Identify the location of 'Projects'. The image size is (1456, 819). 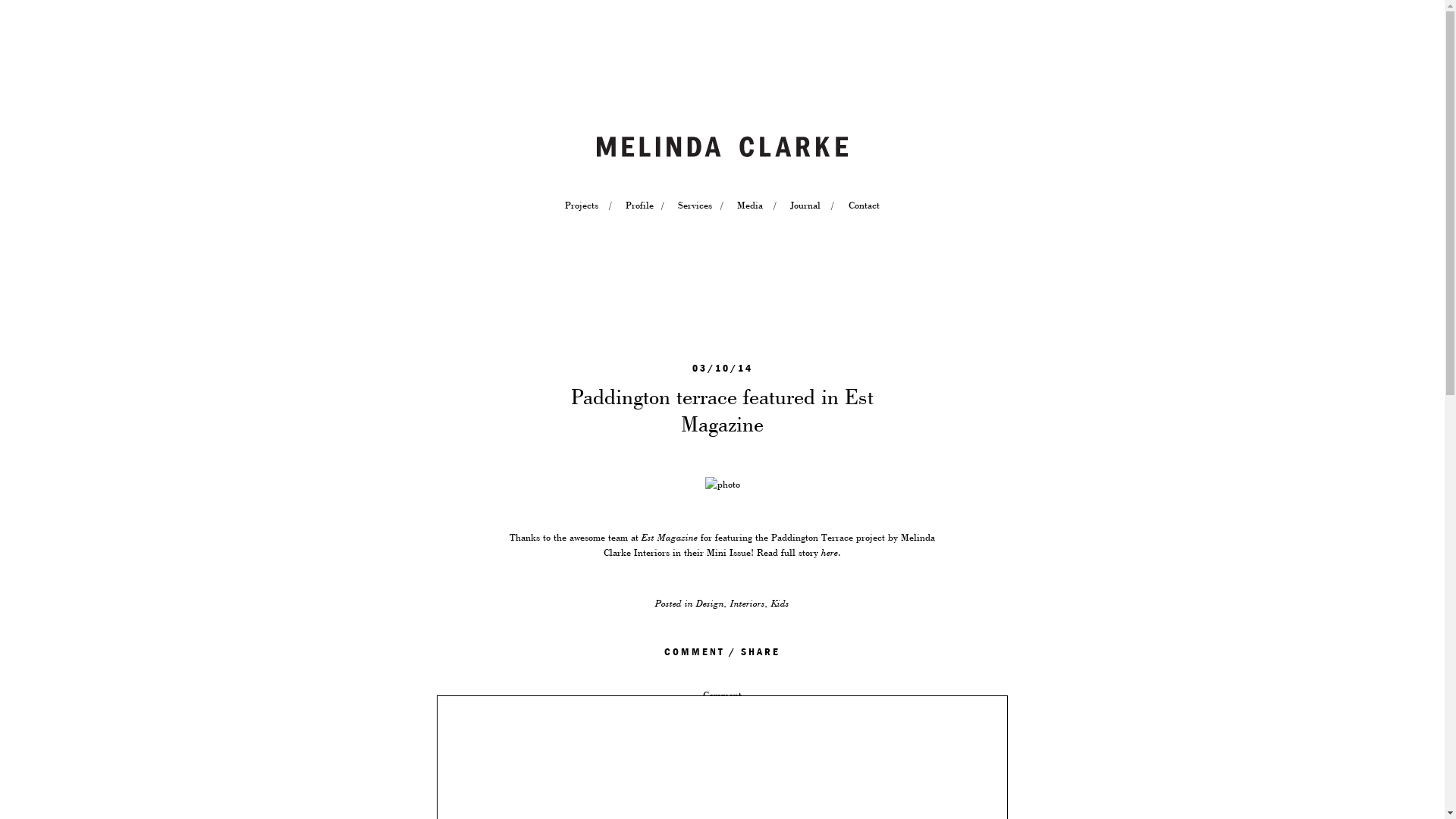
(581, 205).